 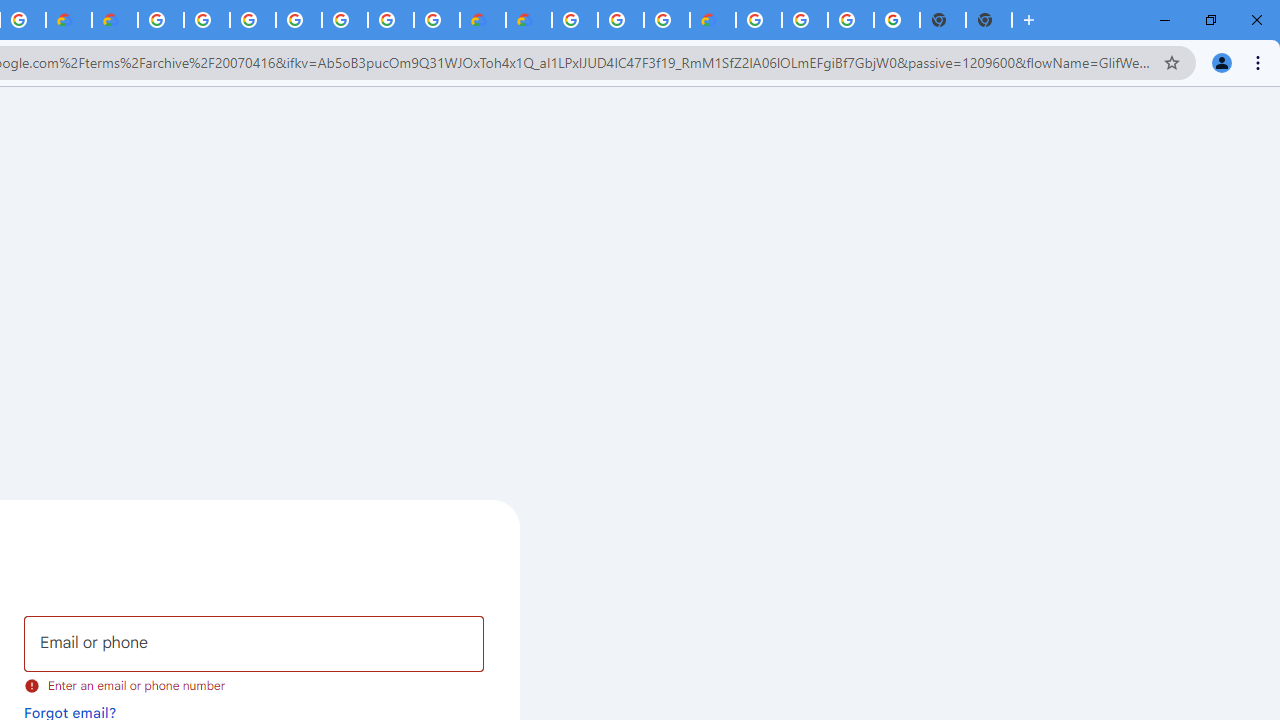 I want to click on 'New Tab', so click(x=989, y=20).